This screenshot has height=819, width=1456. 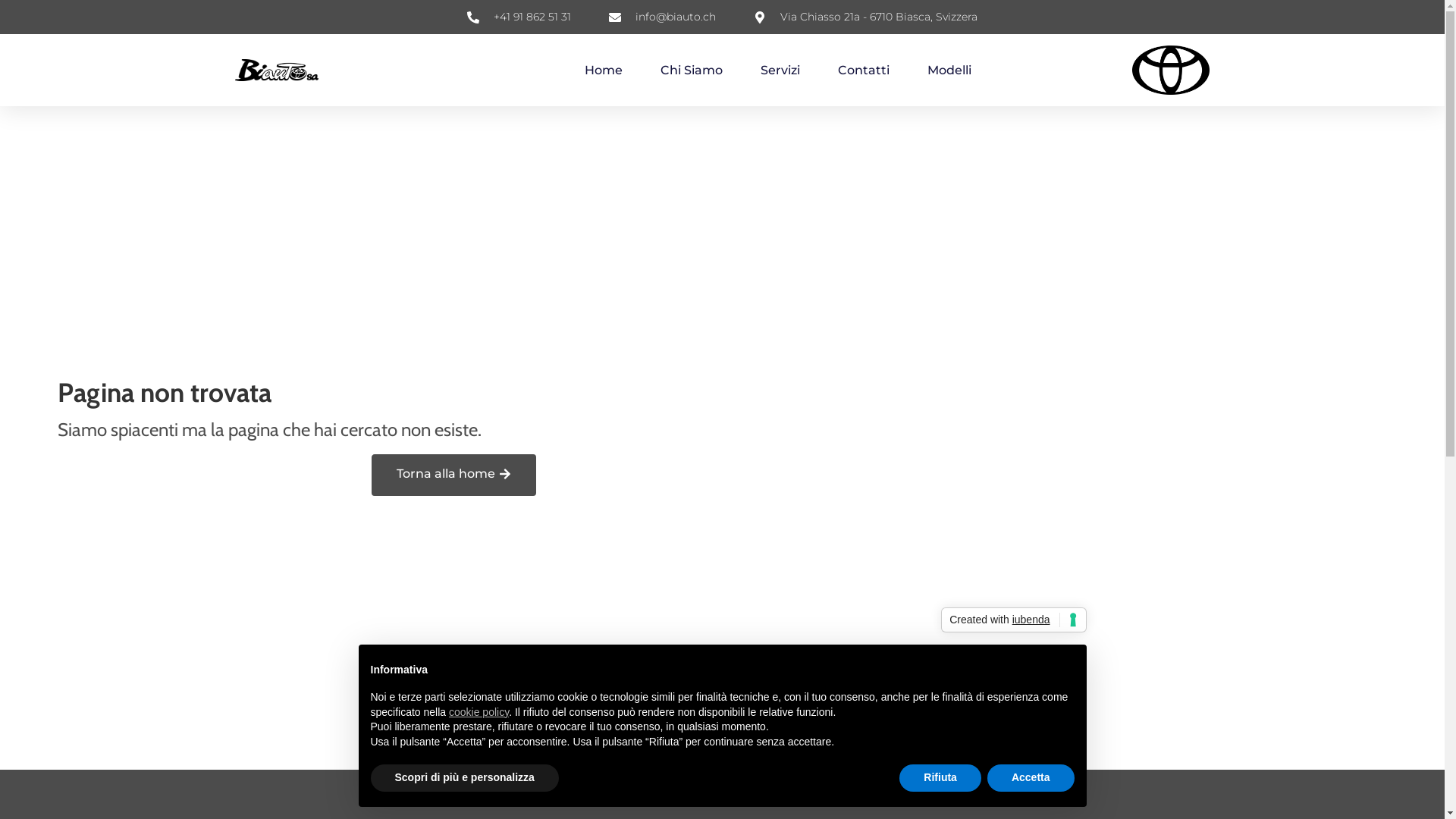 What do you see at coordinates (863, 70) in the screenshot?
I see `'Contatti'` at bounding box center [863, 70].